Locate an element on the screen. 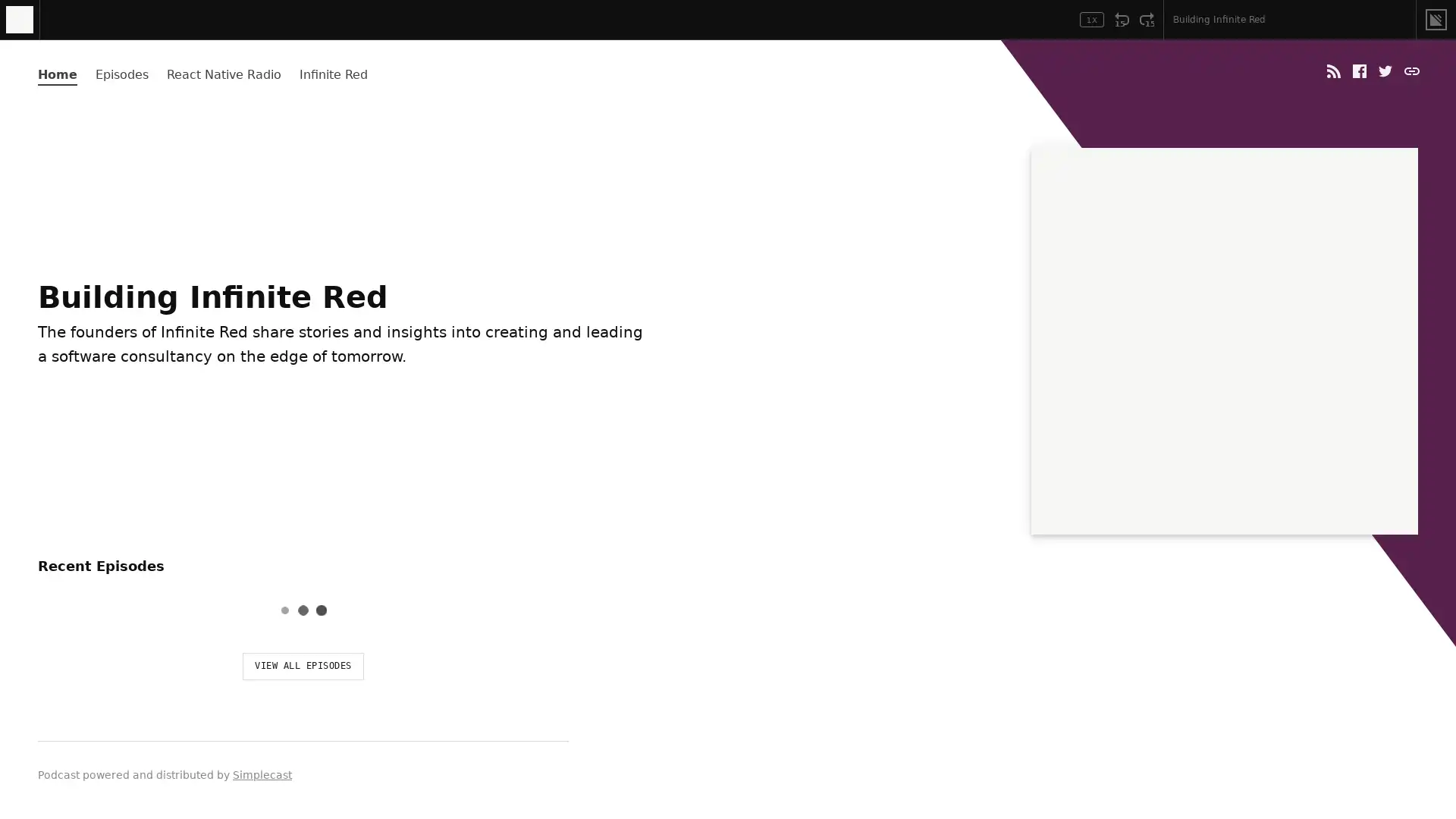 The width and height of the screenshot is (1456, 819). Play is located at coordinates (55, 629).